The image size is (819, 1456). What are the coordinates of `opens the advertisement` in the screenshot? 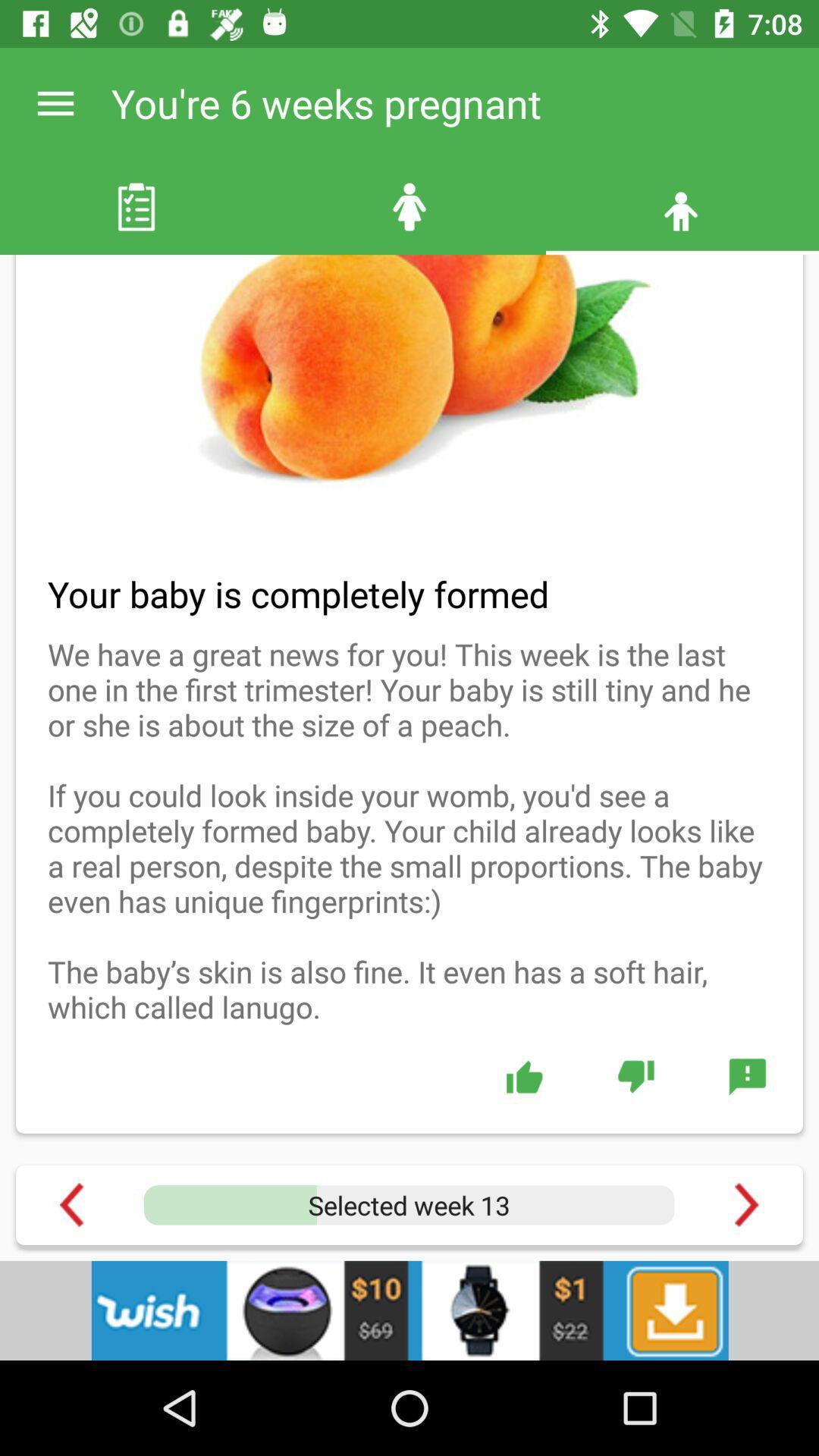 It's located at (409, 1310).